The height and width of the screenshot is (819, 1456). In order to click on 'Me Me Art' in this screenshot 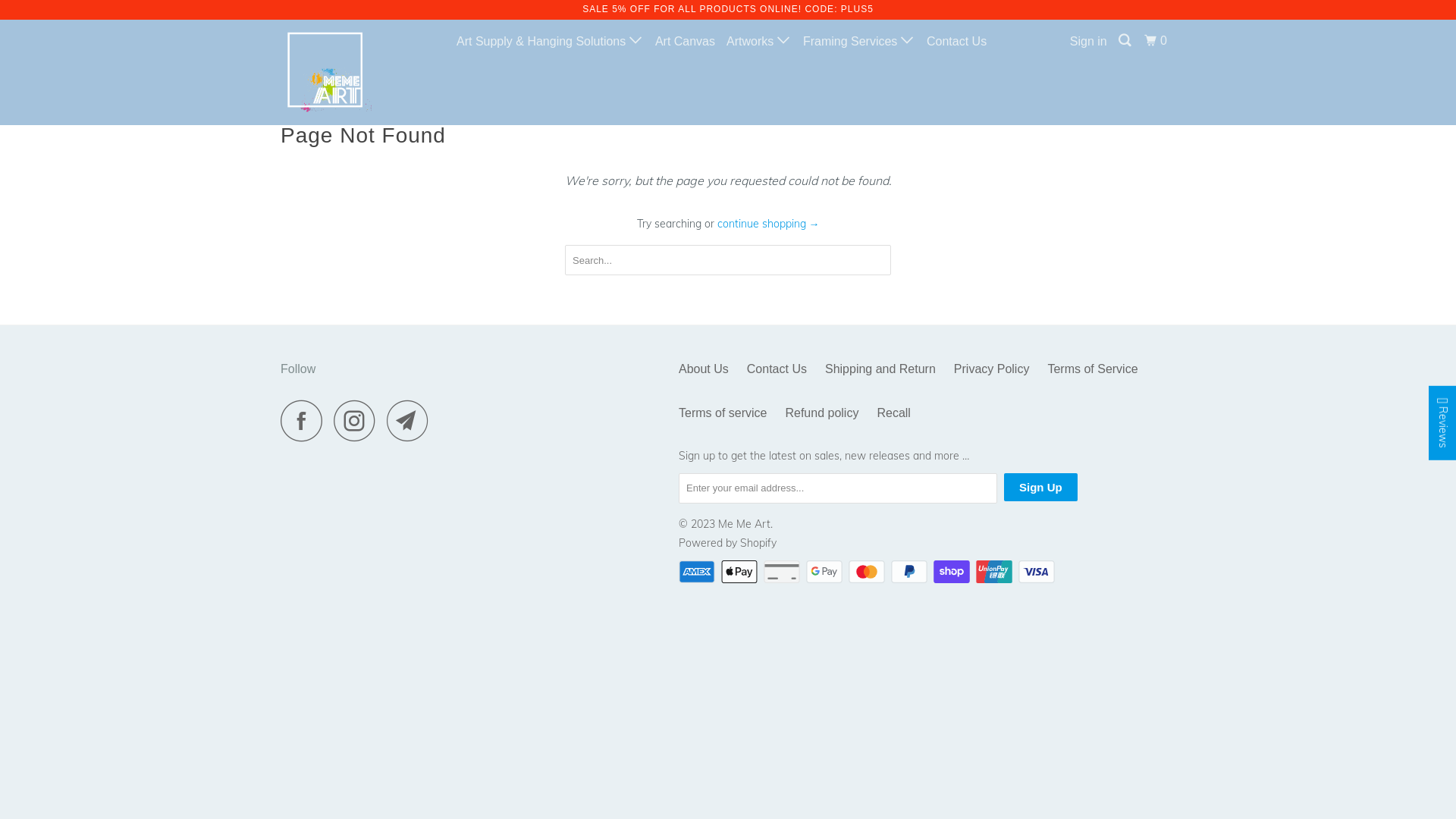, I will do `click(357, 72)`.